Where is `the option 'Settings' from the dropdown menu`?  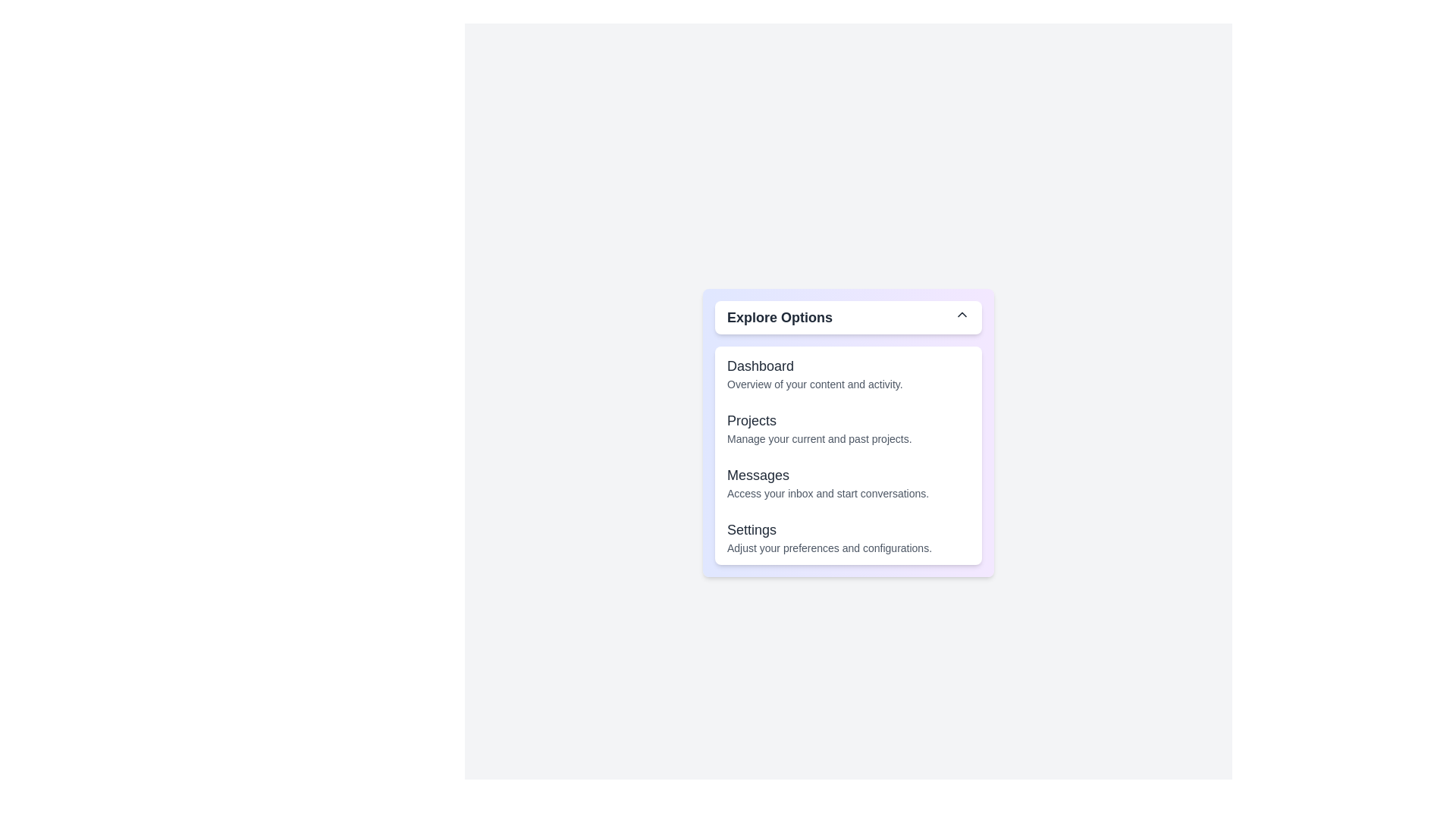 the option 'Settings' from the dropdown menu is located at coordinates (847, 537).